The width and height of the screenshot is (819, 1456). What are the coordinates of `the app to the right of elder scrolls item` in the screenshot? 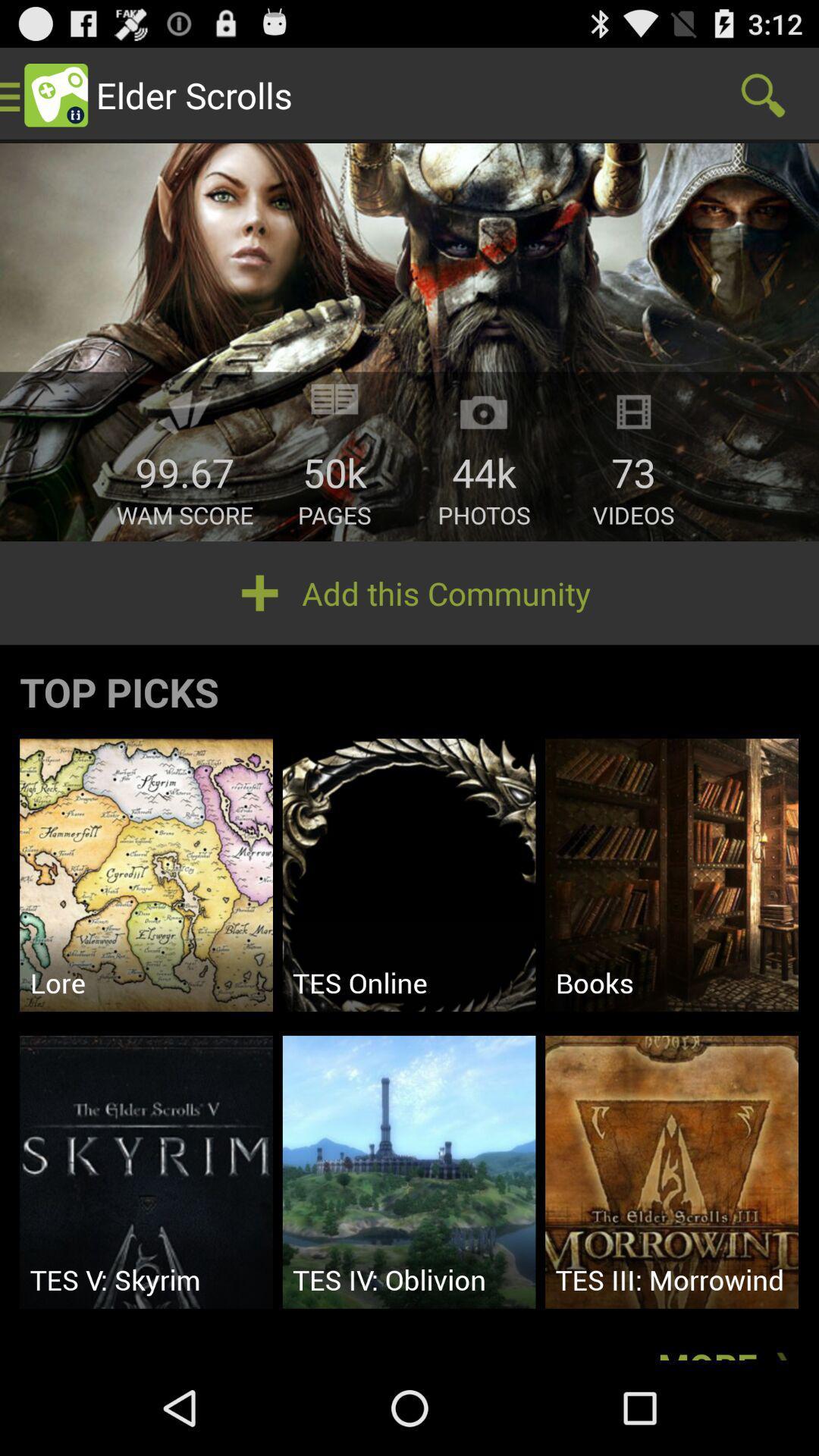 It's located at (763, 94).